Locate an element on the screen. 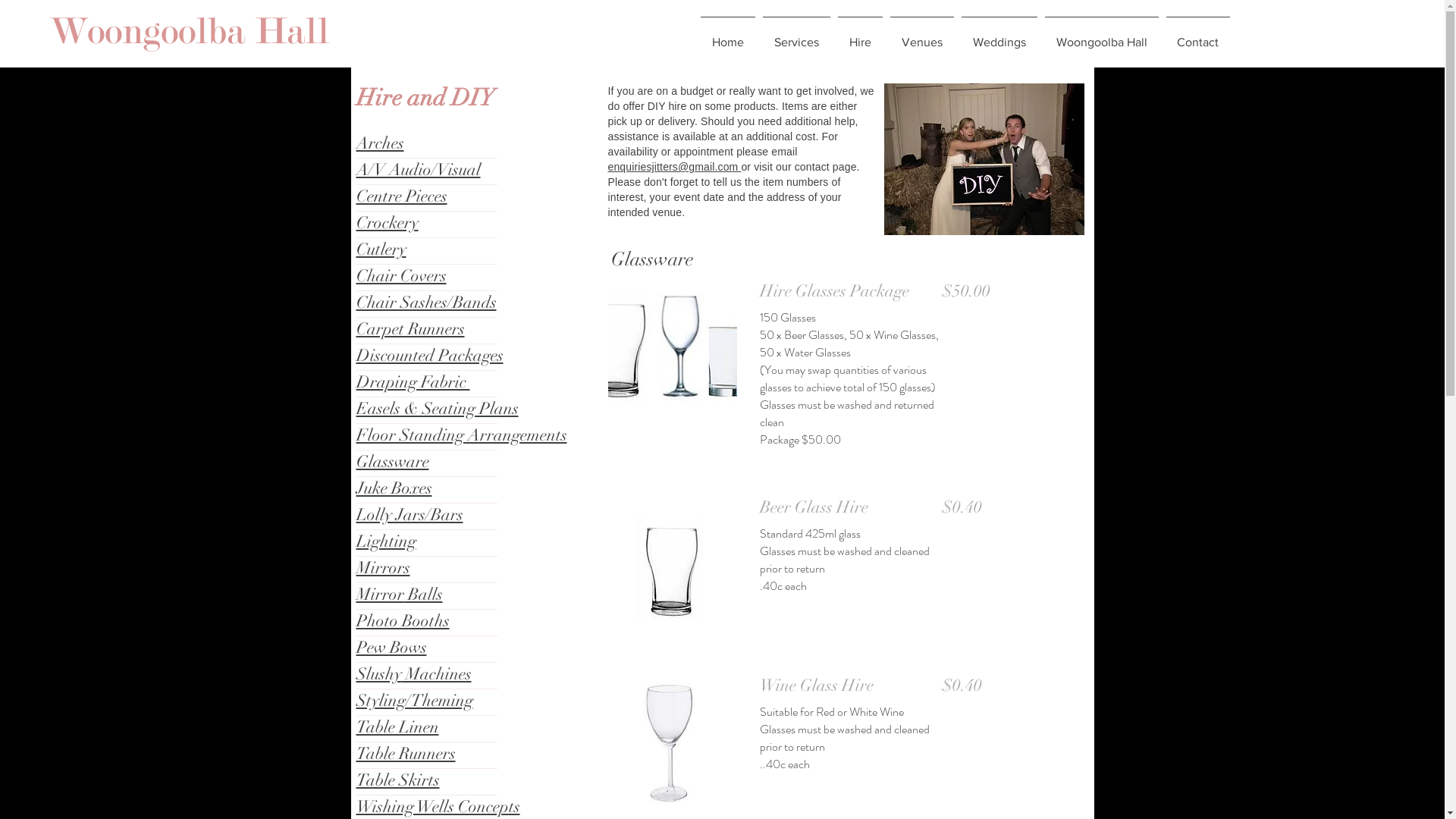 Image resolution: width=1456 pixels, height=819 pixels. 'Contact' is located at coordinates (1197, 34).